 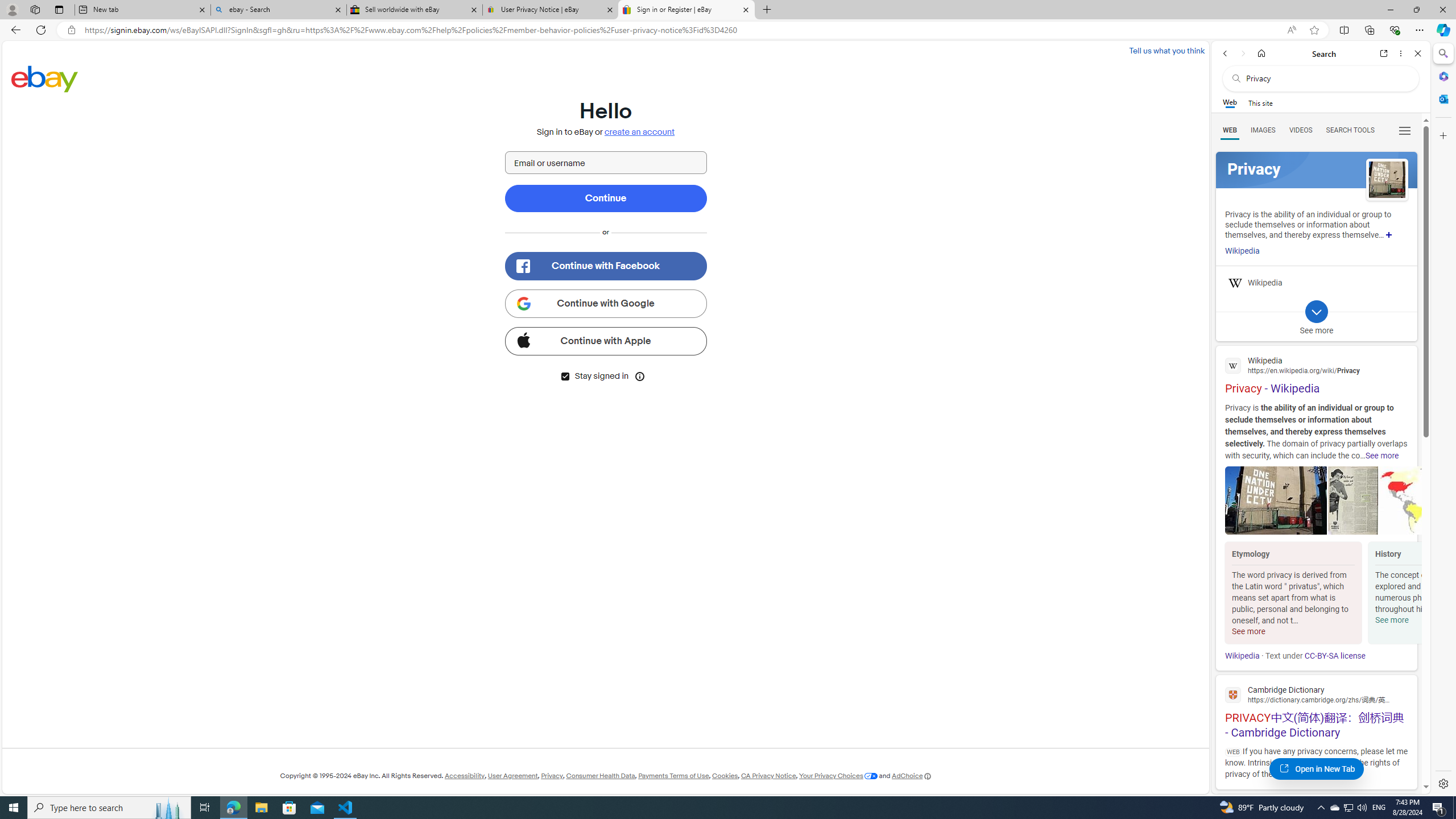 What do you see at coordinates (911, 775) in the screenshot?
I see `'AdChoice'` at bounding box center [911, 775].